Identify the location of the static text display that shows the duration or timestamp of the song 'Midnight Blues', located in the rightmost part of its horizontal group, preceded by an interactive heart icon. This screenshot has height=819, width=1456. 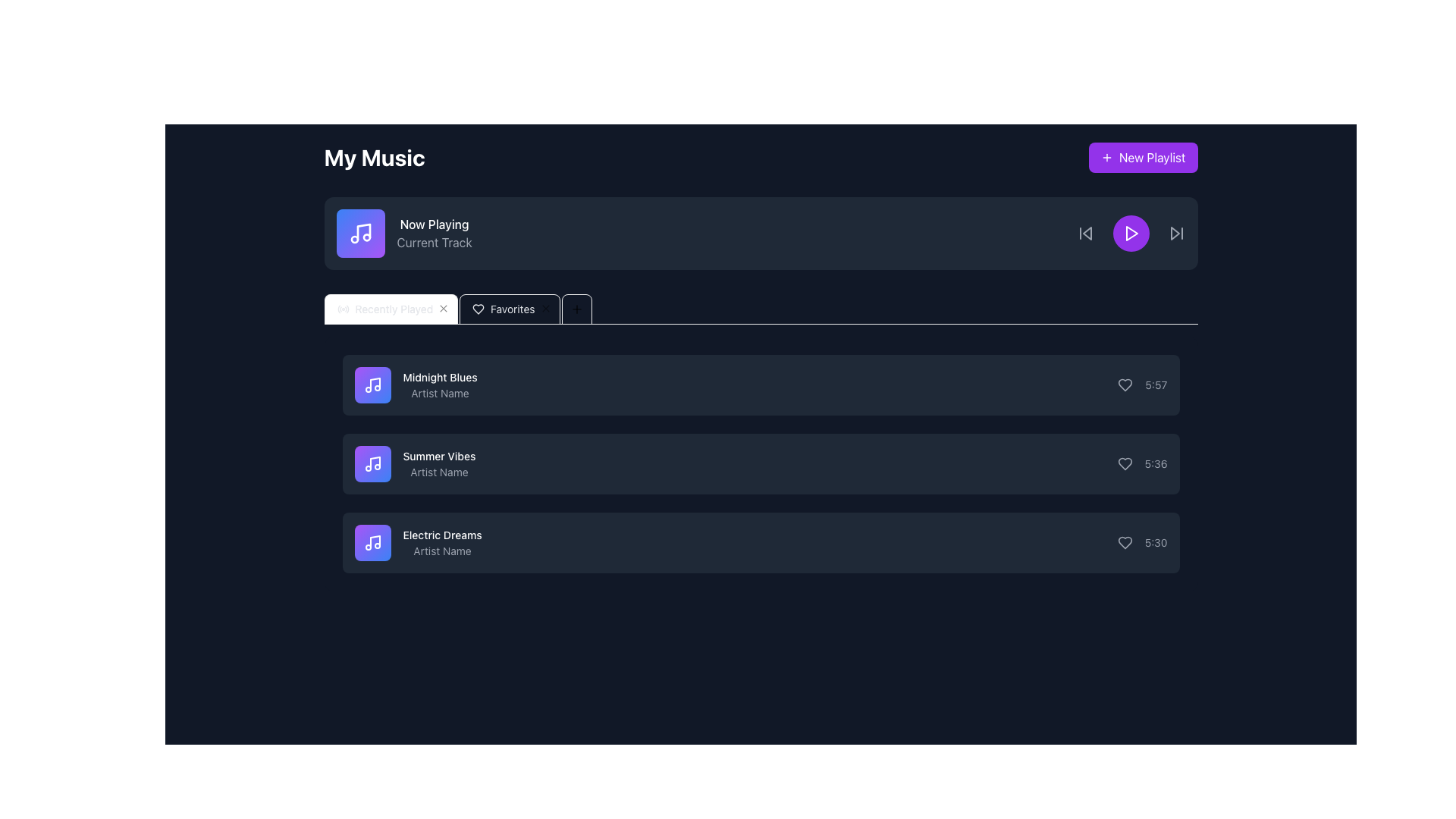
(1156, 384).